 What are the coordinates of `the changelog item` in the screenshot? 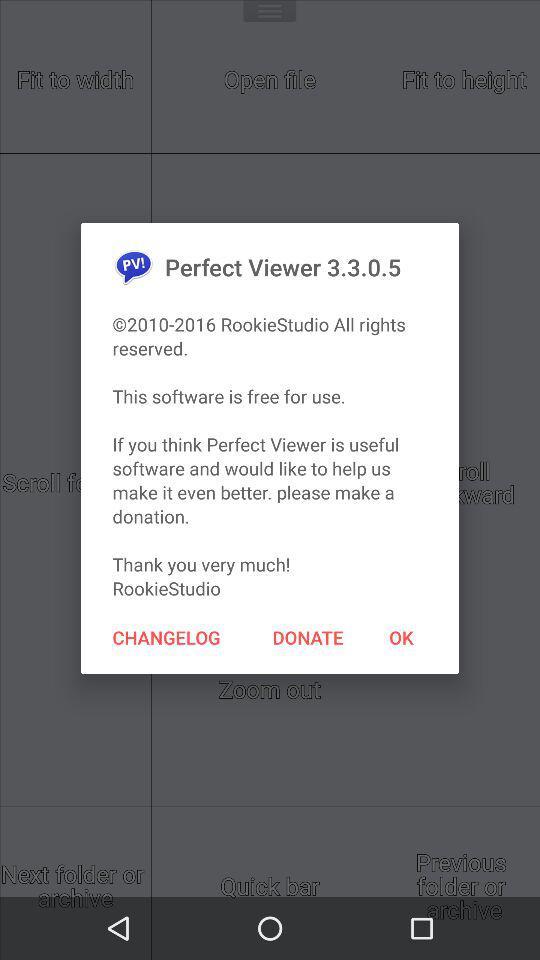 It's located at (165, 636).